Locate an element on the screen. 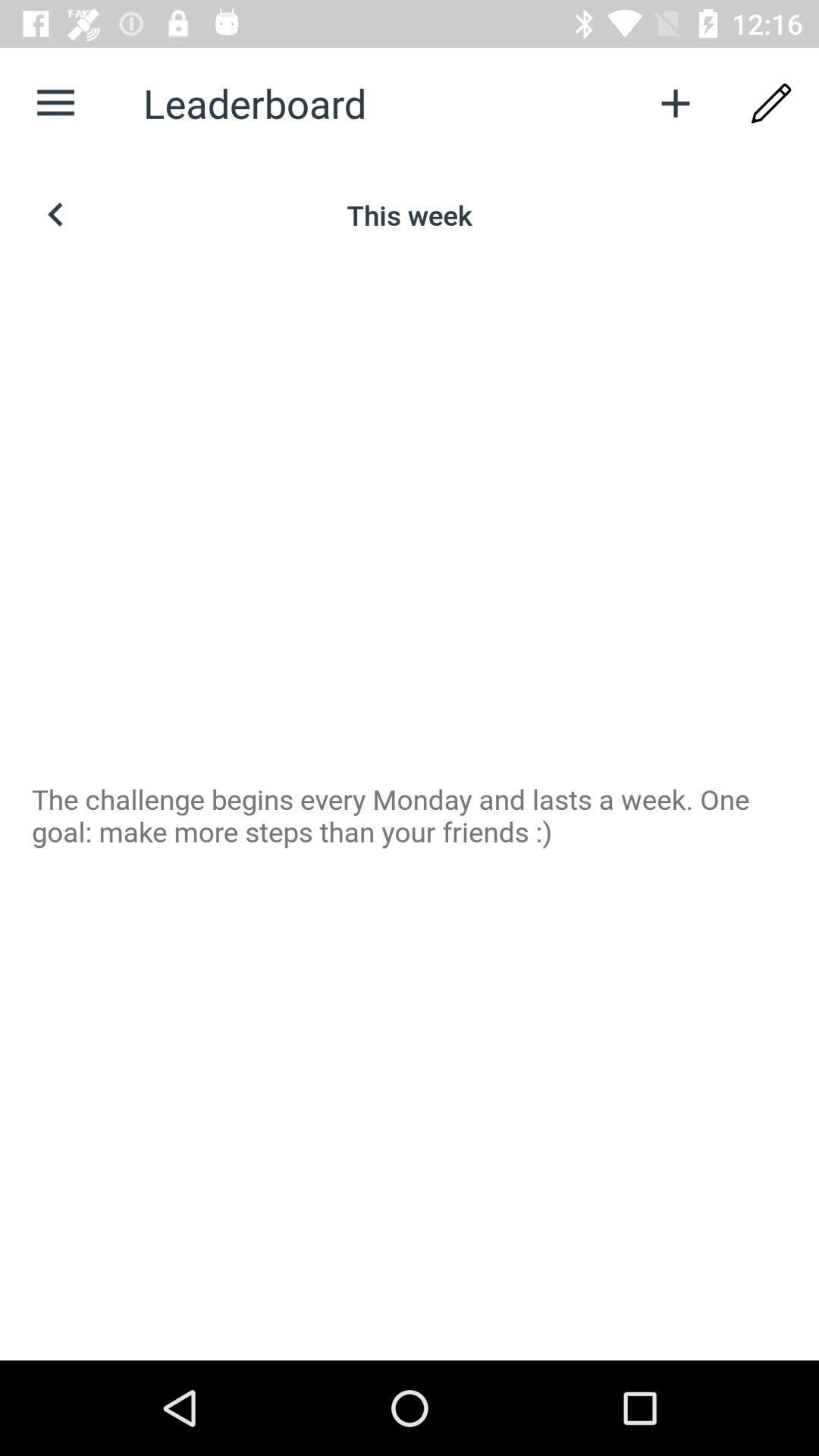  the arrow_backward icon is located at coordinates (55, 214).